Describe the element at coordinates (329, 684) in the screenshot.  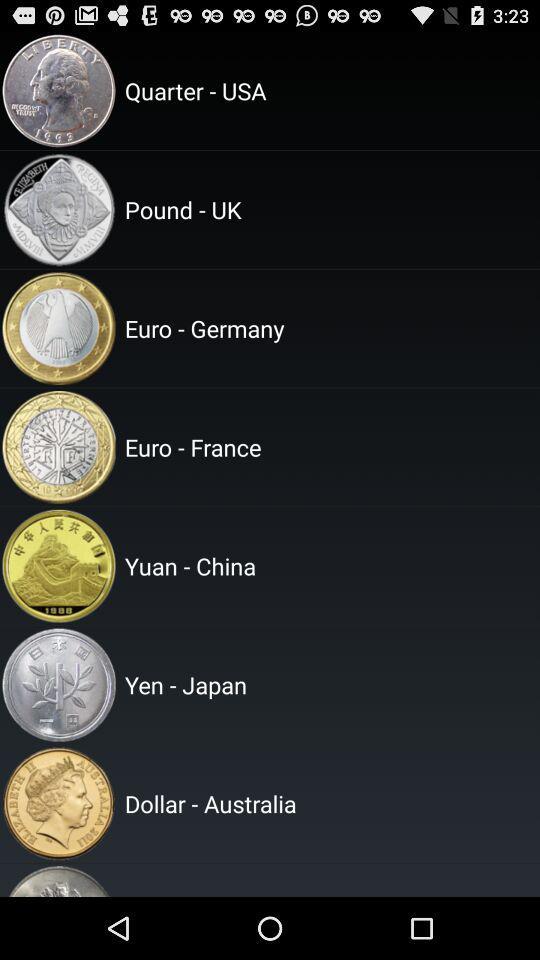
I see `the yen - japan` at that location.